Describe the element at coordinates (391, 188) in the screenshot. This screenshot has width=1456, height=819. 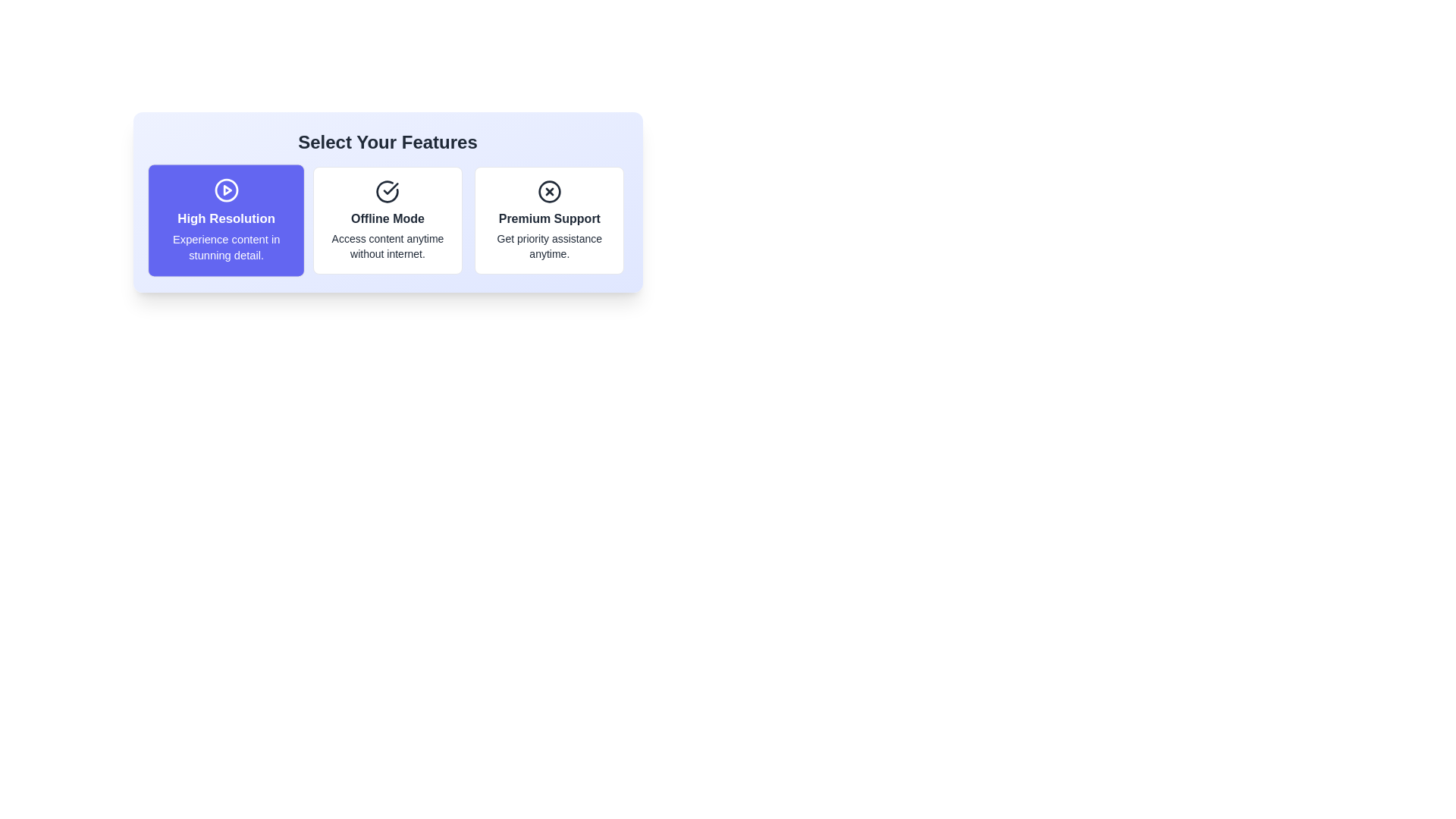
I see `the 'offline mode' icon located within the 'Offline Mode' card, which is the second card in a horizontal row of feature cards` at that location.